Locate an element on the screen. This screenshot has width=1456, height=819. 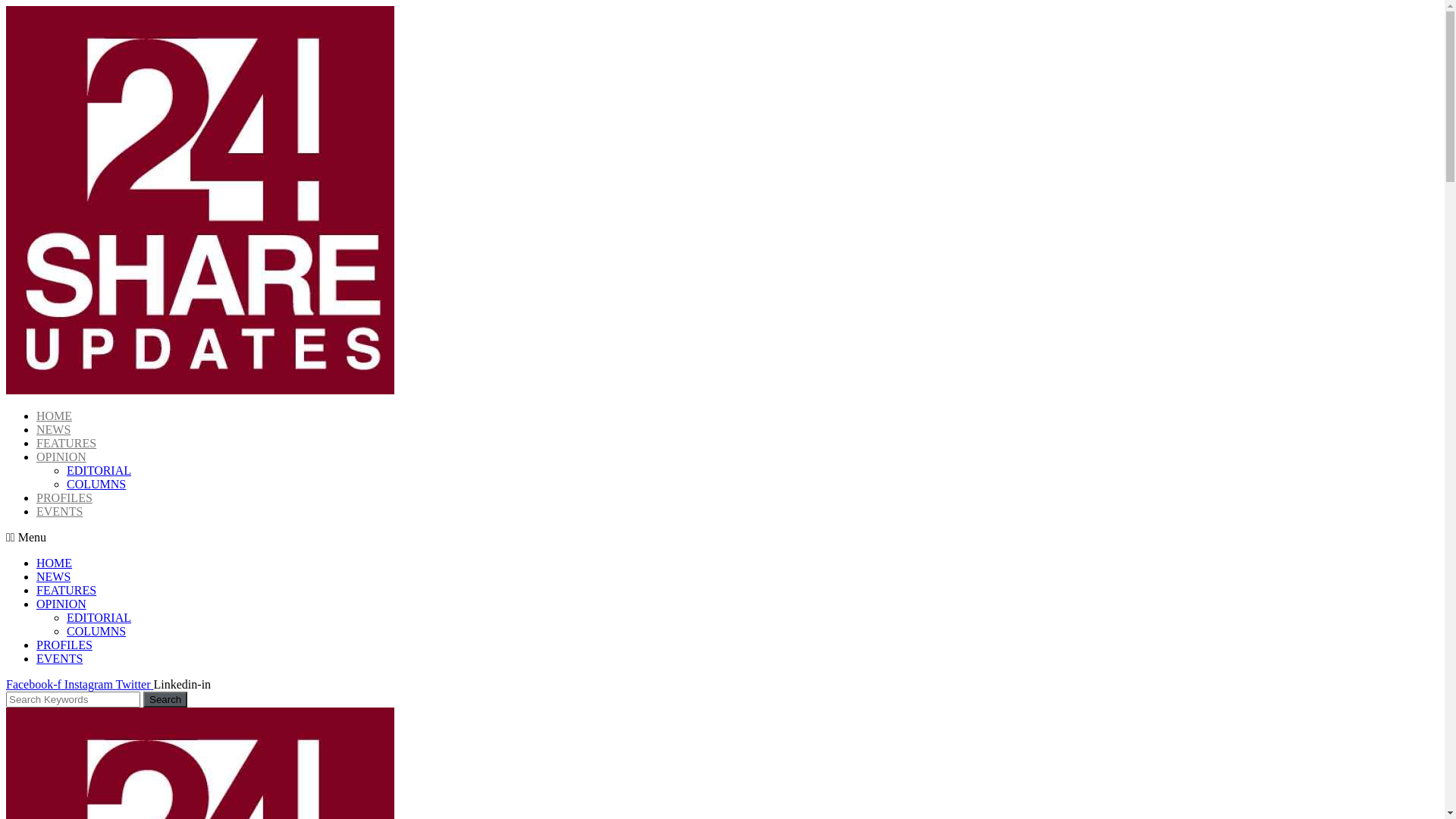
'Instagram' is located at coordinates (89, 684).